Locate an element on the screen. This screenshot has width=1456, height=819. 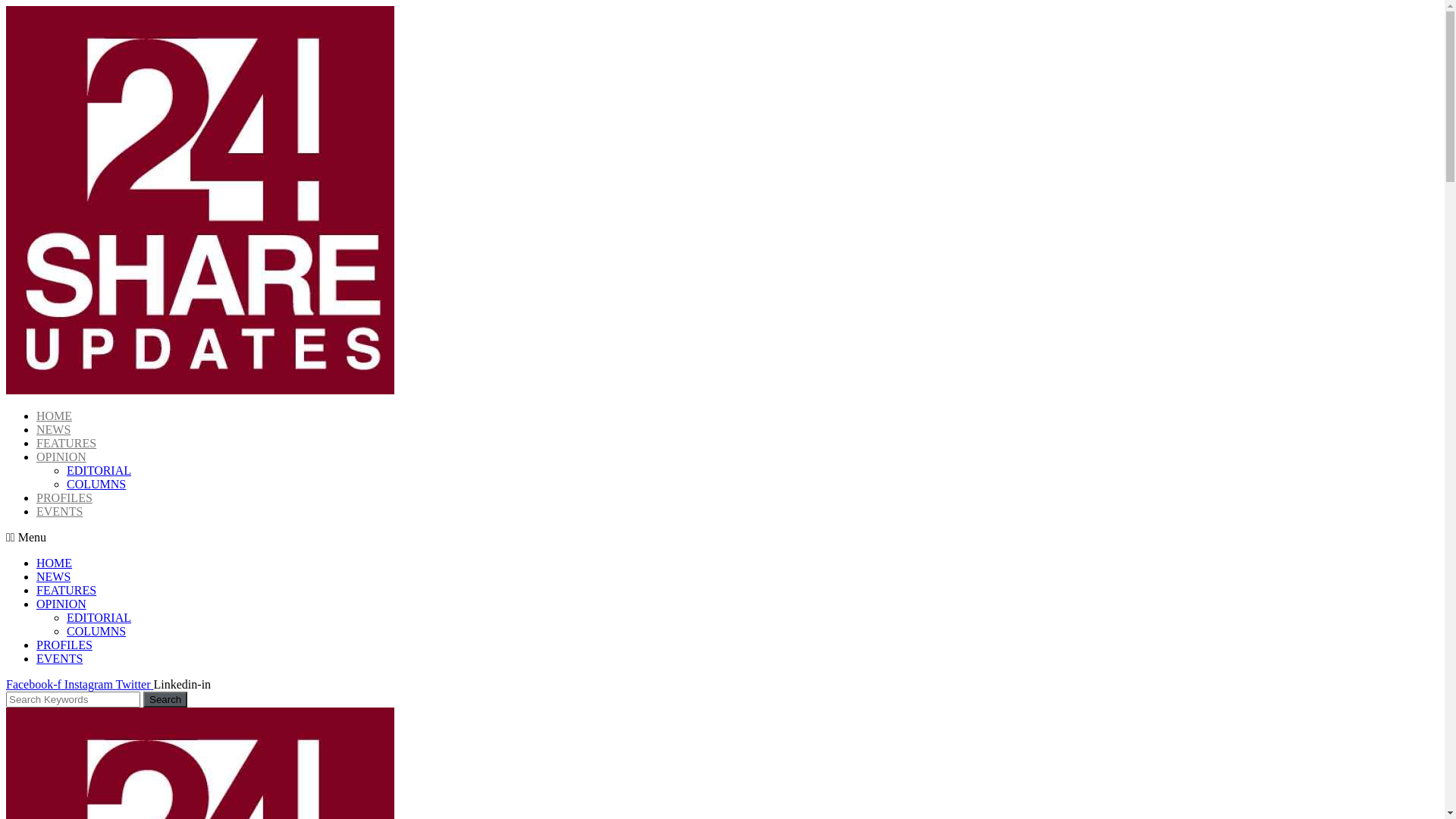
'Instagram' is located at coordinates (89, 684).